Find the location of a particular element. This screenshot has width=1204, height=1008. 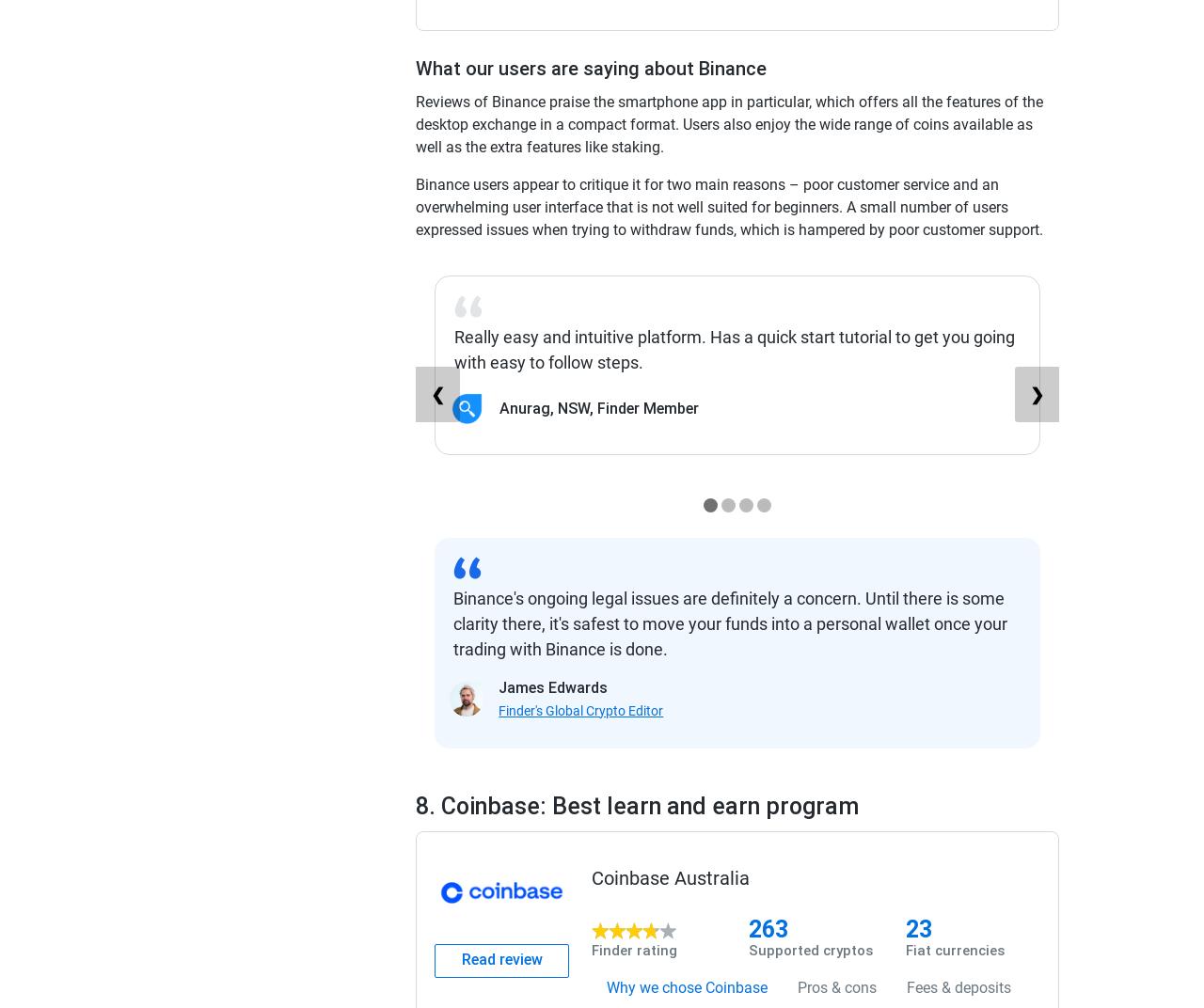

'Fees & deposits' is located at coordinates (958, 987).